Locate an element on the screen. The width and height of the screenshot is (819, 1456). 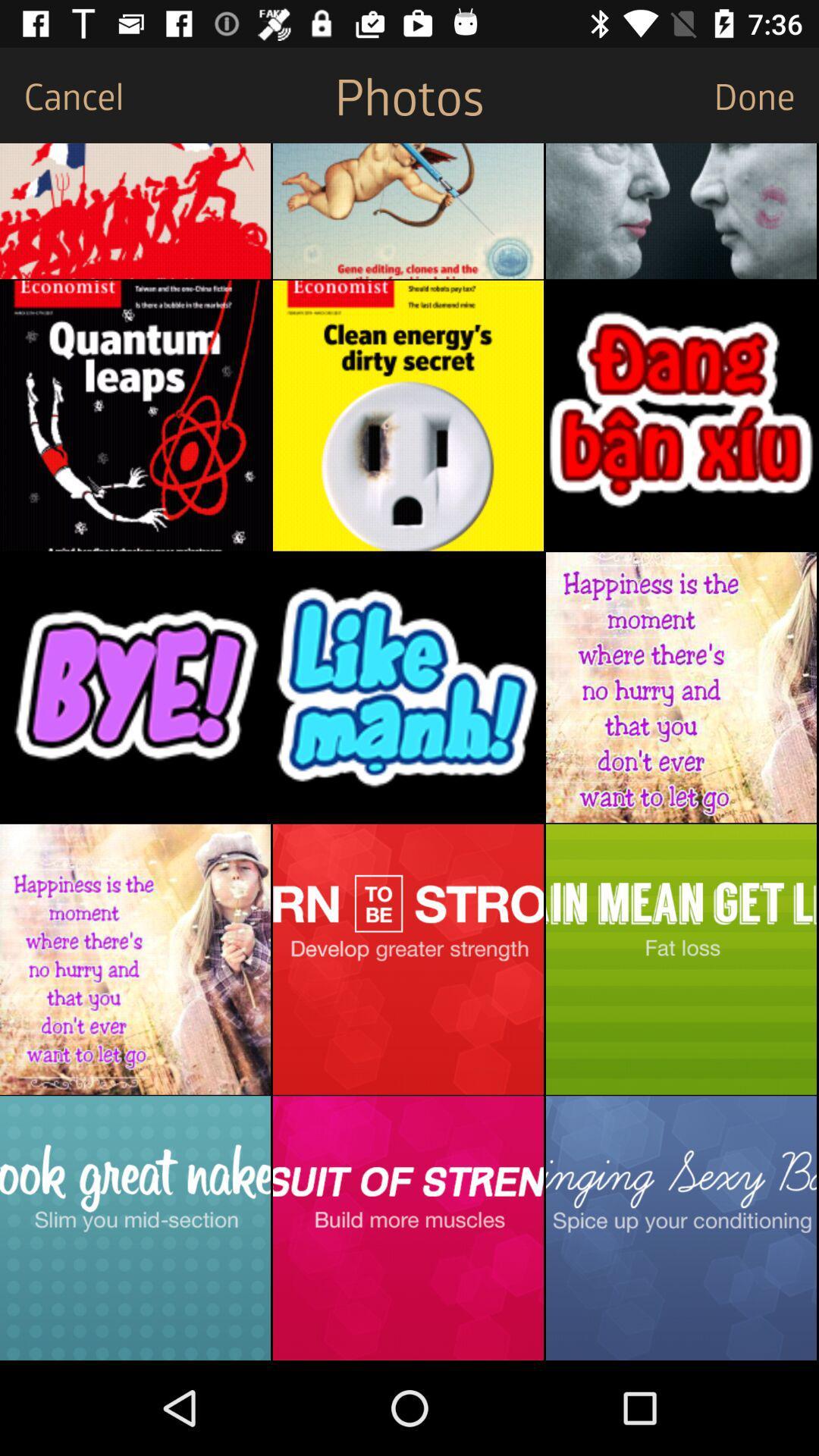
click image is located at coordinates (680, 210).